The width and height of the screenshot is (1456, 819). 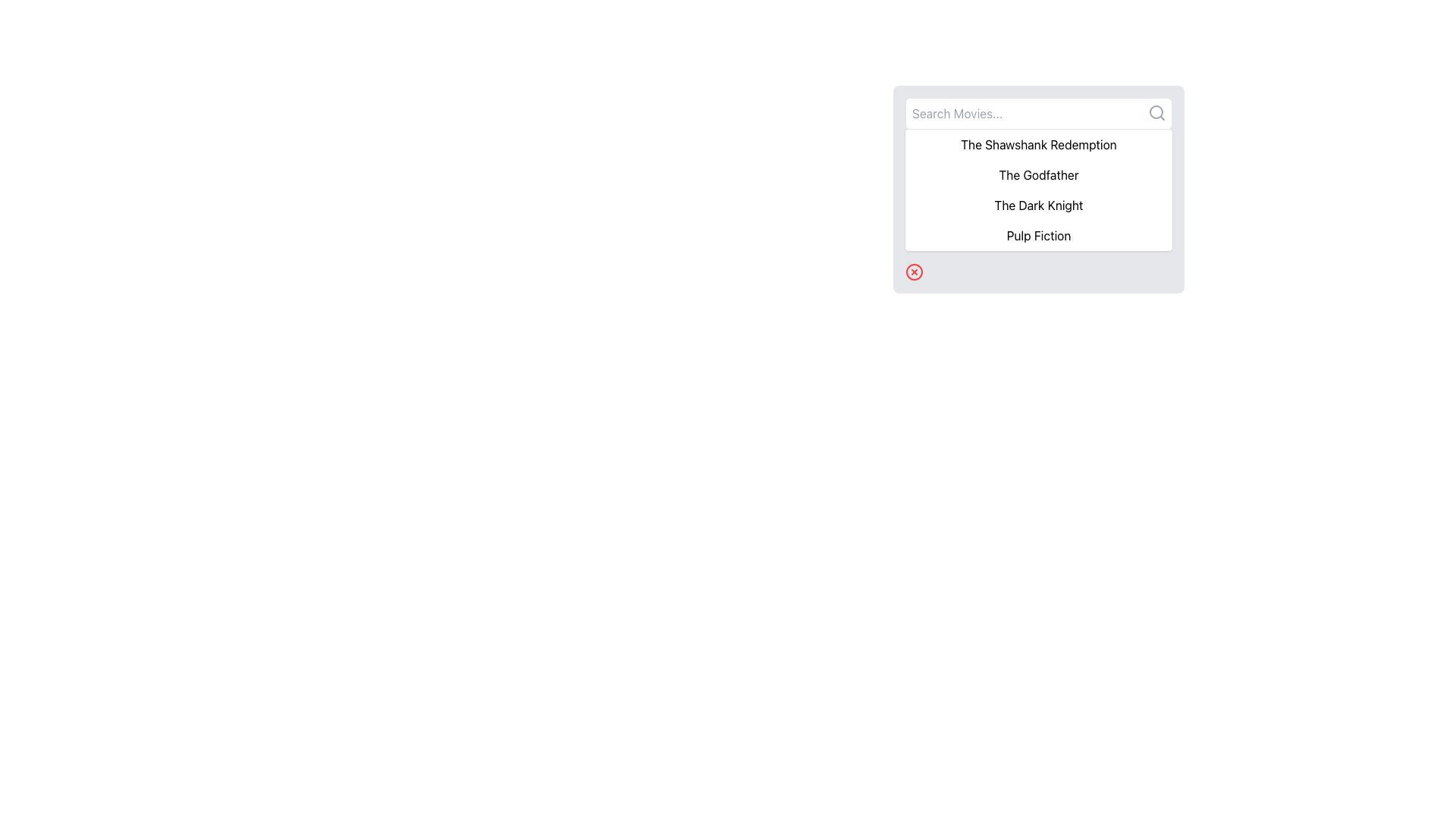 I want to click on the third item in the dropdown list, so click(x=1037, y=205).